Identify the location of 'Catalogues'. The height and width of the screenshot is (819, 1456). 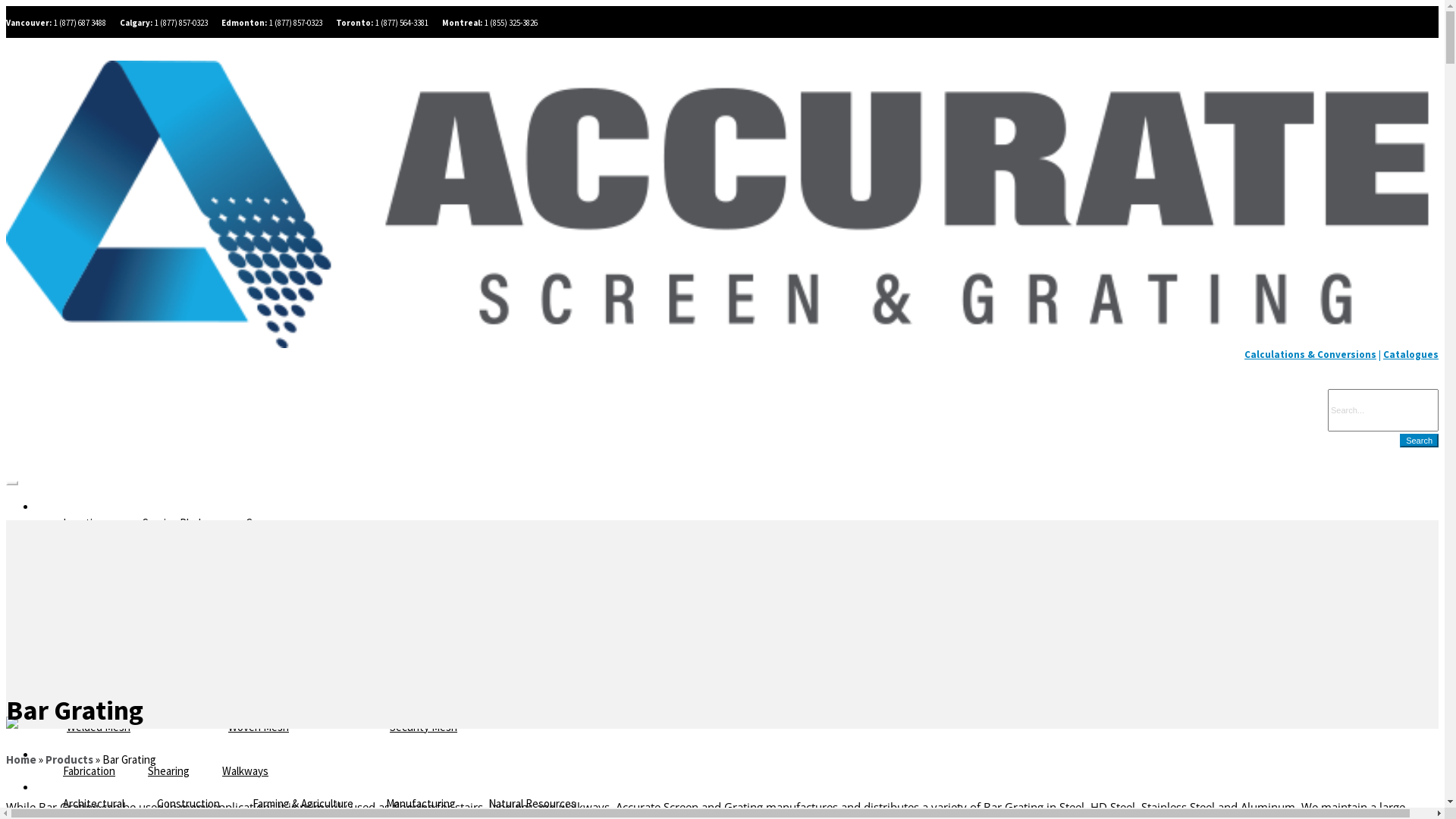
(1410, 354).